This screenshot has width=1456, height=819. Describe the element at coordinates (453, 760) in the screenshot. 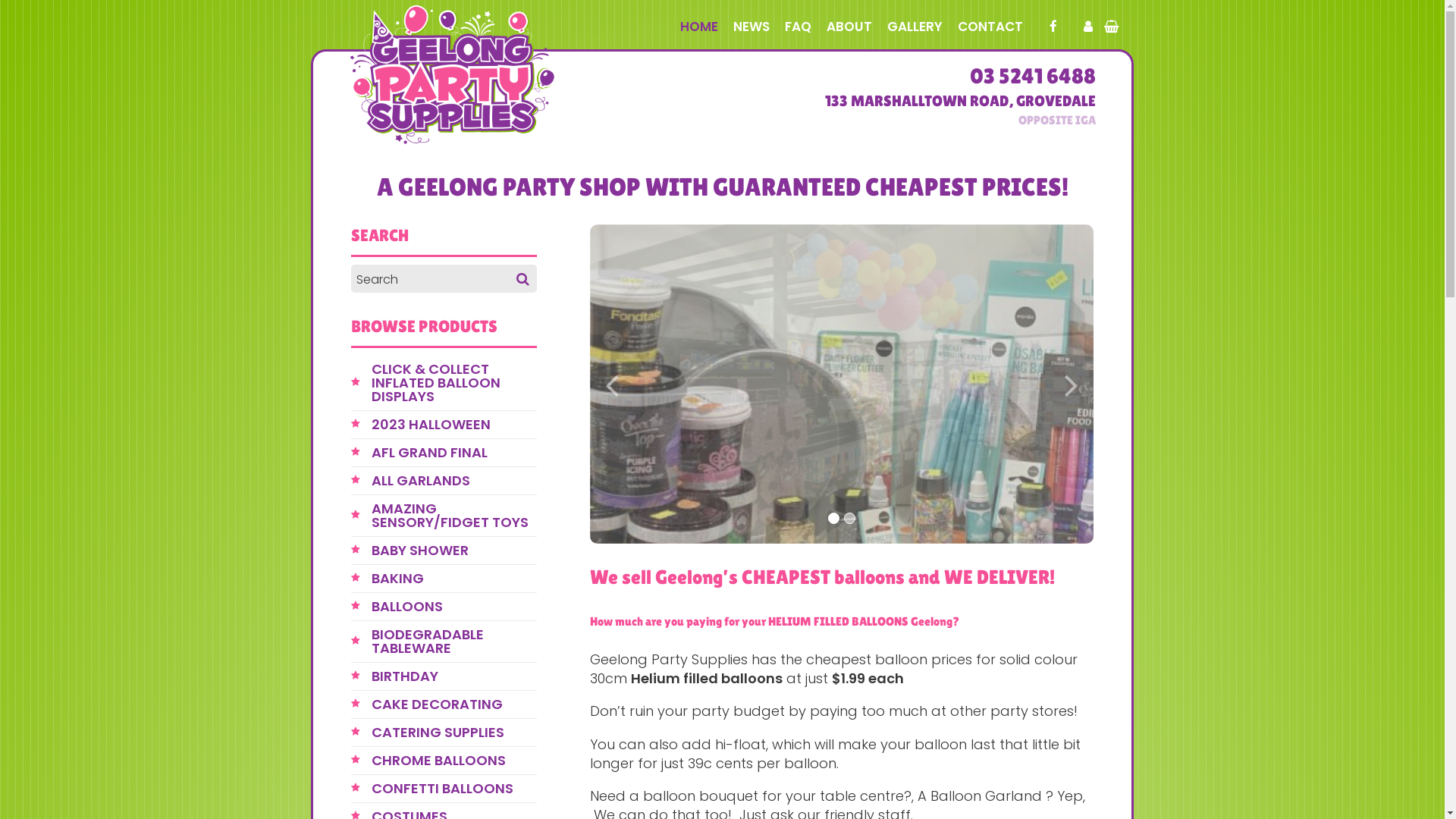

I see `'CHROME BALLOONS'` at that location.